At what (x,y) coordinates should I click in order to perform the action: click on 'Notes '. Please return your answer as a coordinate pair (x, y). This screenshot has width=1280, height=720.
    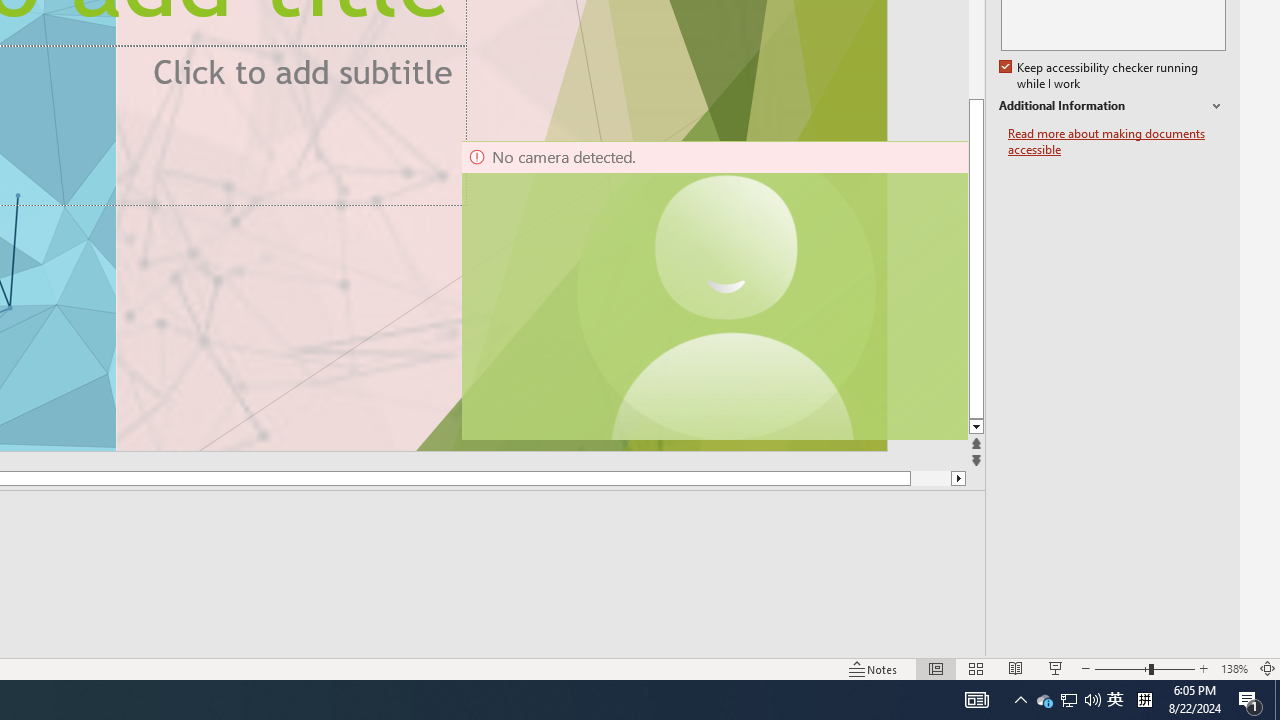
    Looking at the image, I should click on (874, 669).